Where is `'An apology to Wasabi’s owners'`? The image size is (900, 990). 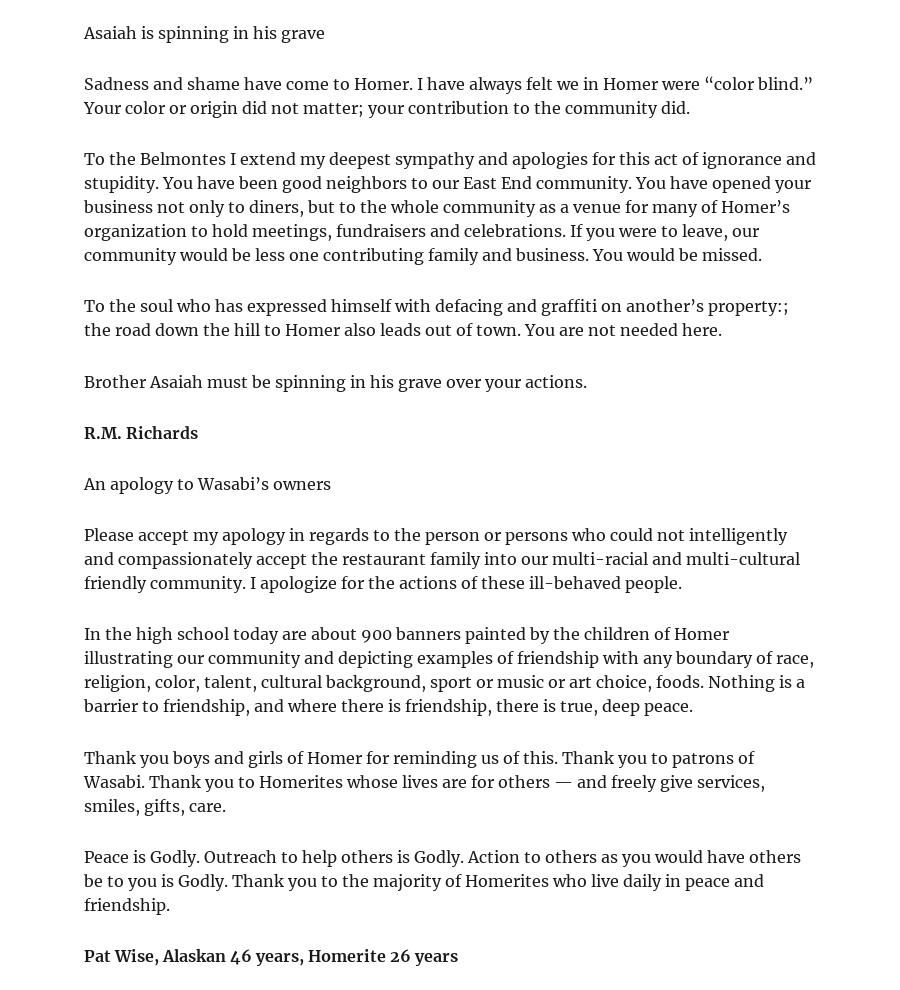 'An apology to Wasabi’s owners' is located at coordinates (207, 484).